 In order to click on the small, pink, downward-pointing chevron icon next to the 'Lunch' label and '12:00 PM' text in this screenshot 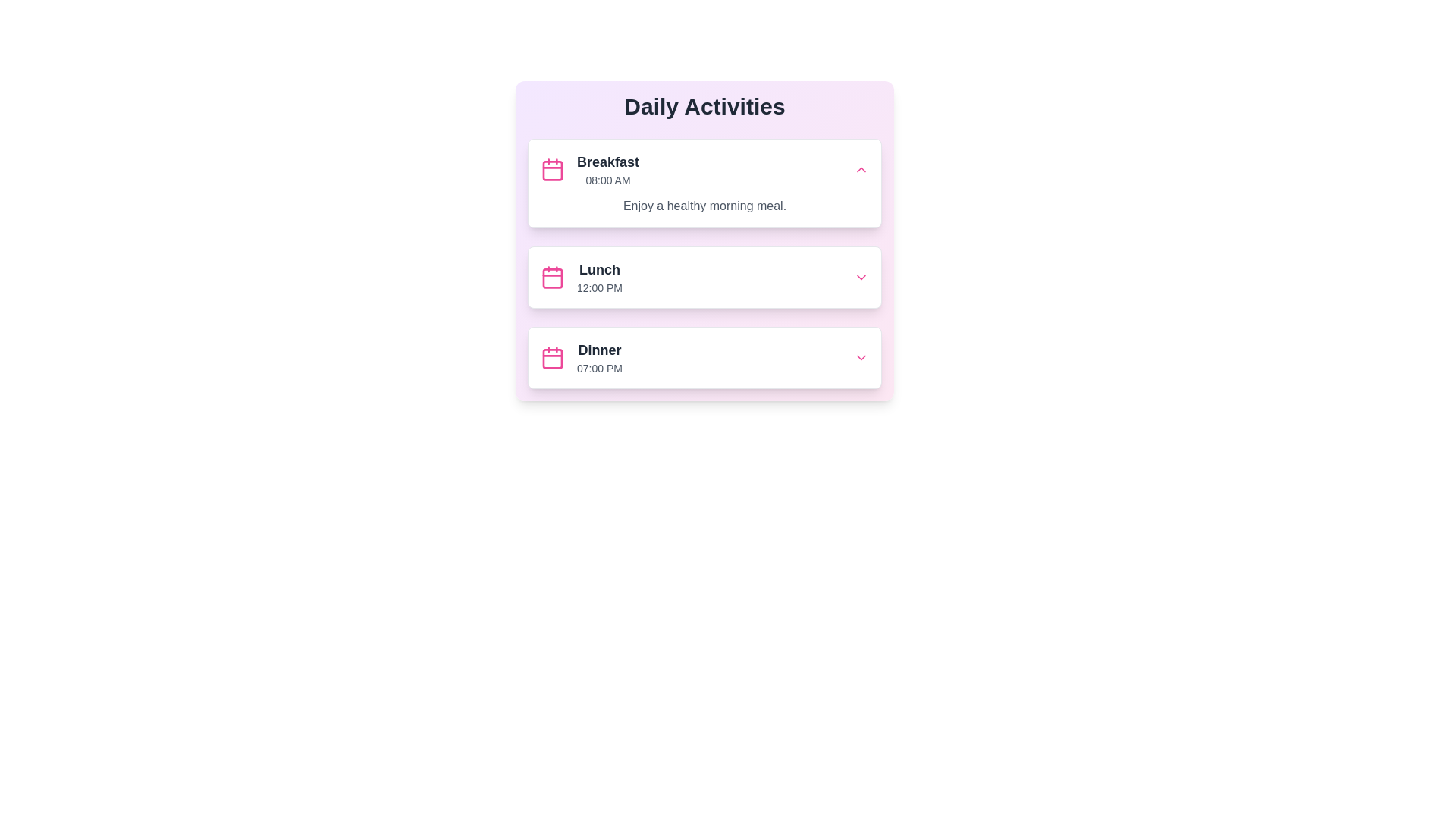, I will do `click(861, 278)`.